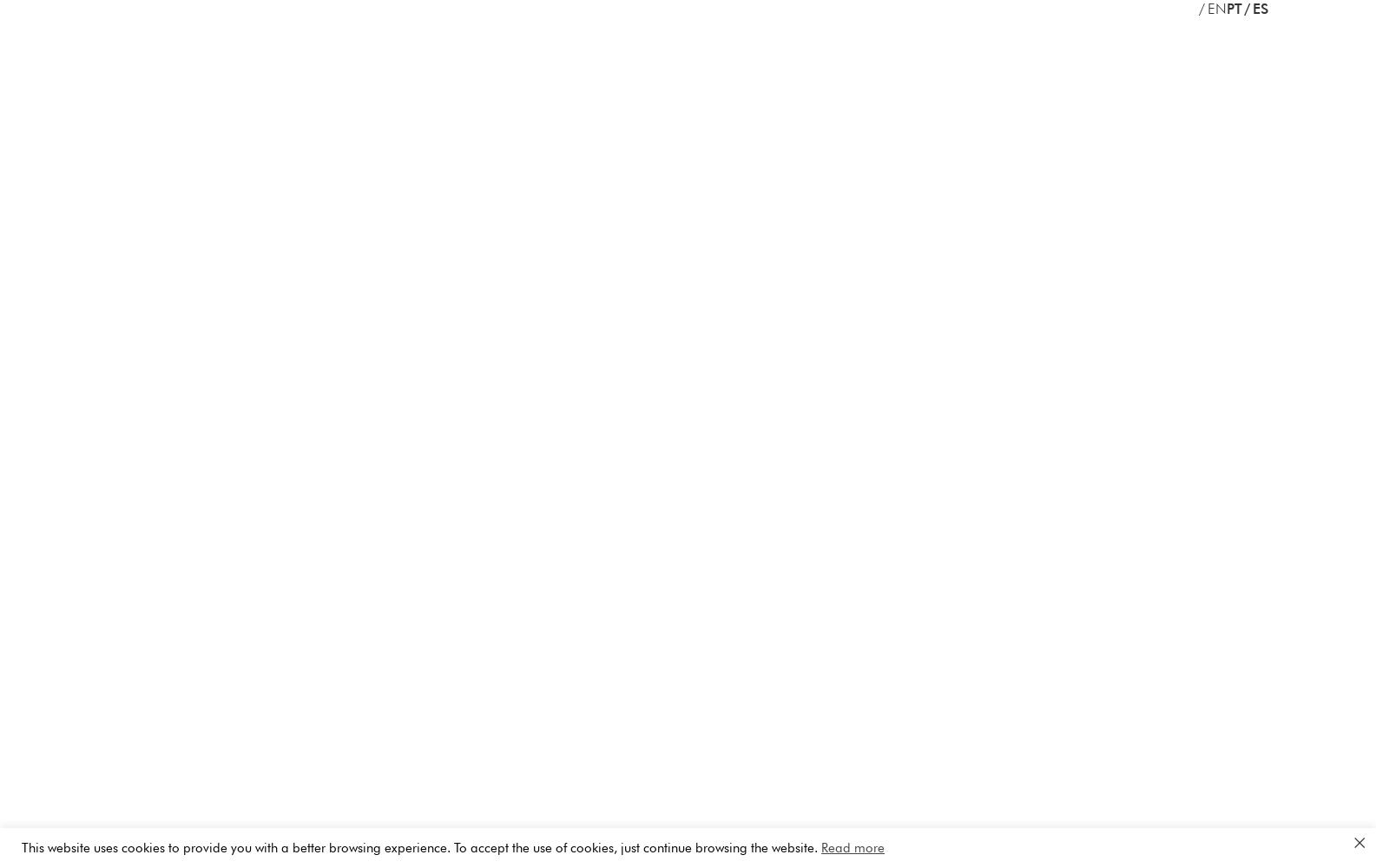 This screenshot has height=868, width=1376. Describe the element at coordinates (899, 214) in the screenshot. I see `'Register'` at that location.